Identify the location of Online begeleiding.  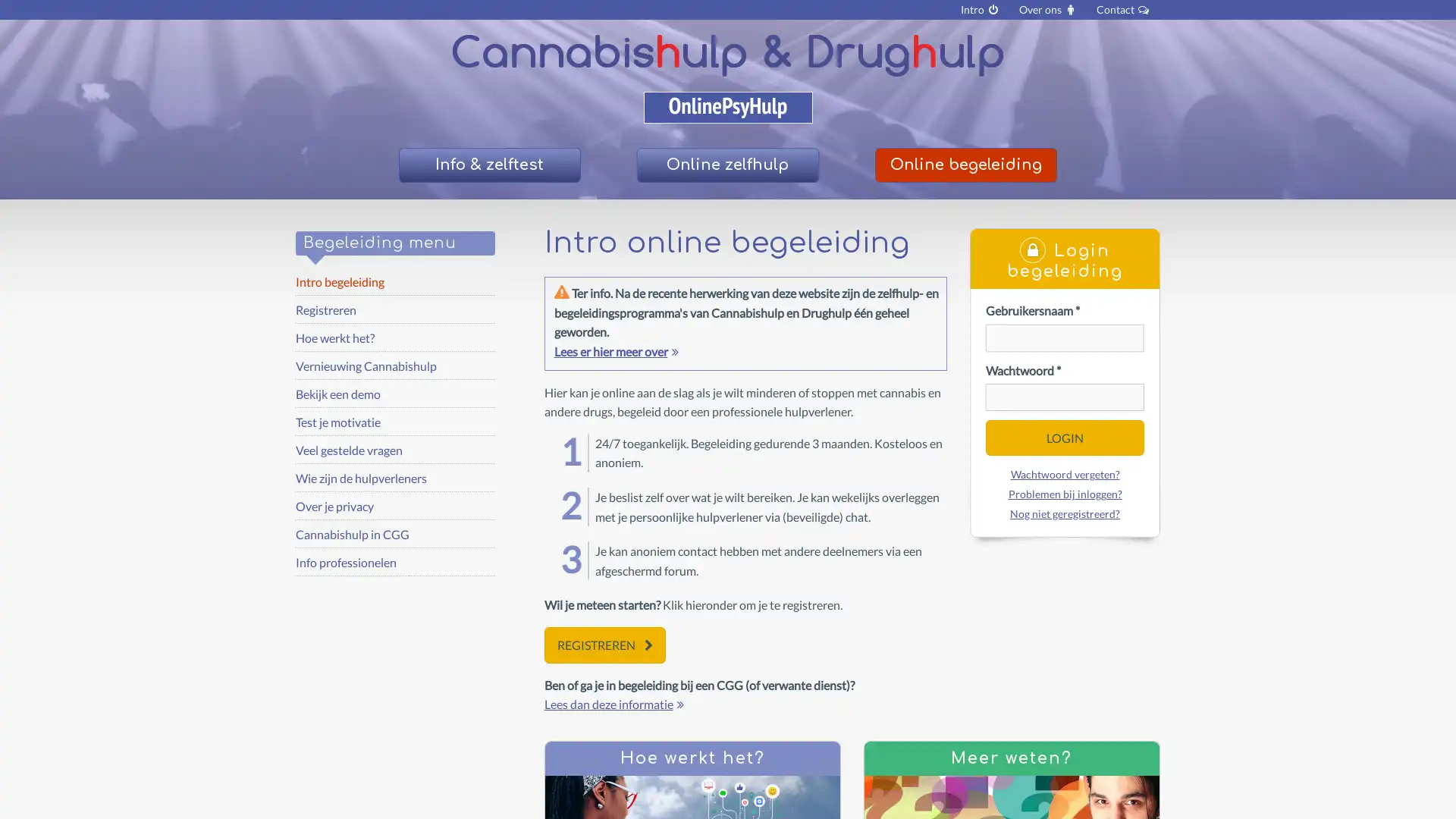
(964, 166).